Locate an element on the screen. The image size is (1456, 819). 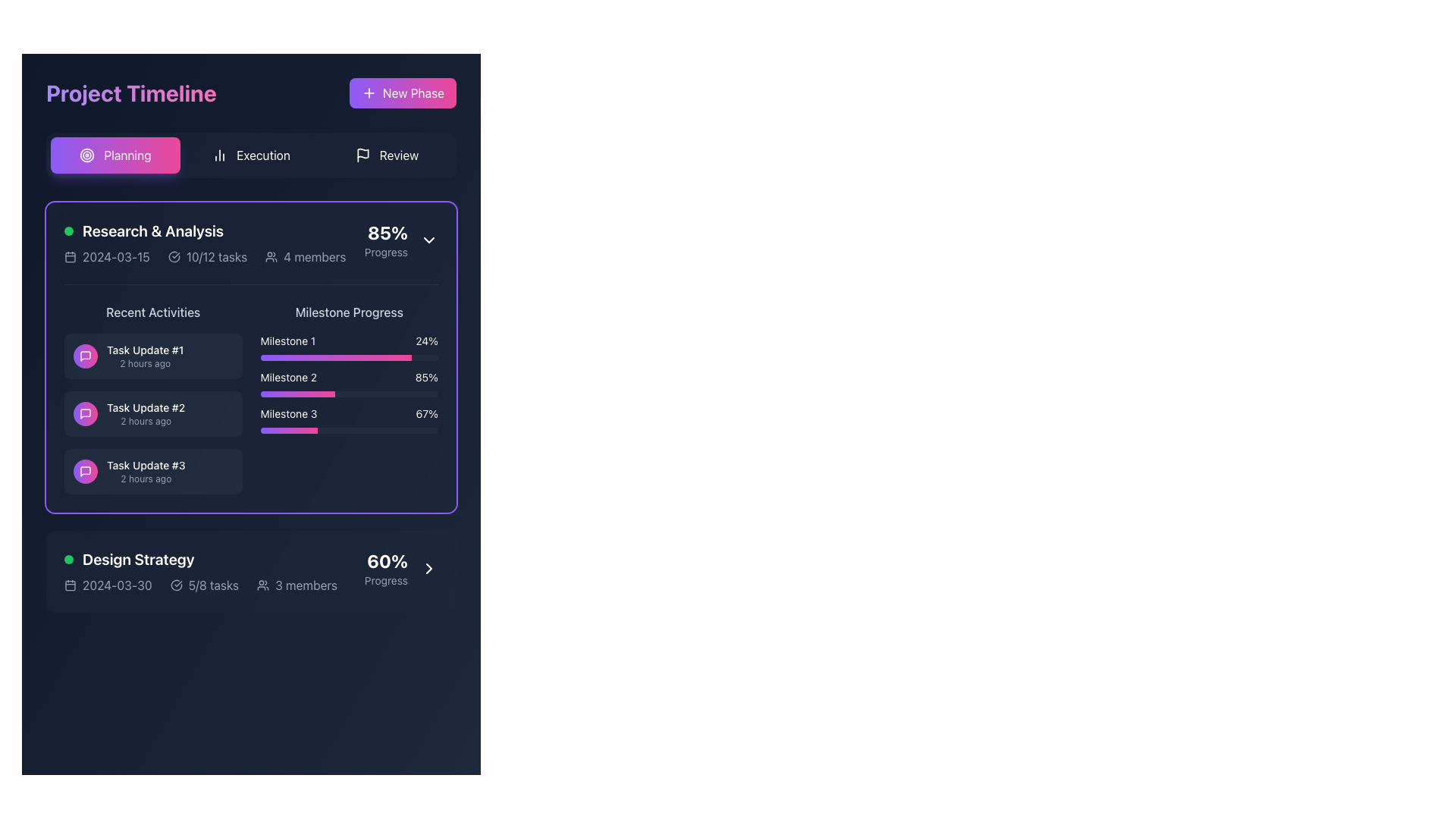
the task update icon located in the 'Recent Activities' section of the 'Research & Analysis' area, which is the first in a series of message icons and positioned to the left of 'Task Update #1' is located at coordinates (85, 470).